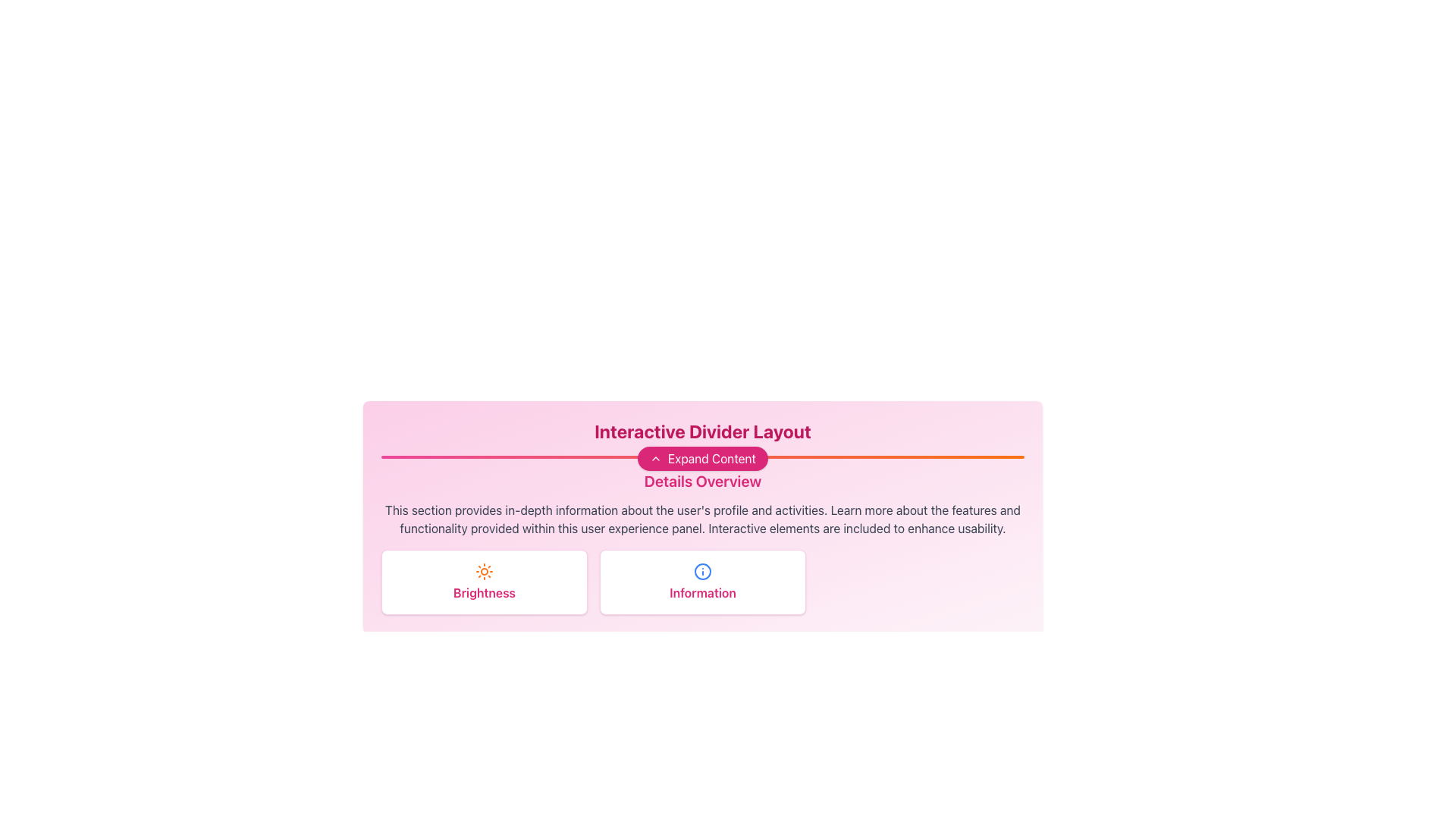 The height and width of the screenshot is (819, 1456). I want to click on the buttons or icons associated with the Informational Card located below the 'Details Overview' section, which is the second card from the left in a horizontal grid, so click(701, 581).